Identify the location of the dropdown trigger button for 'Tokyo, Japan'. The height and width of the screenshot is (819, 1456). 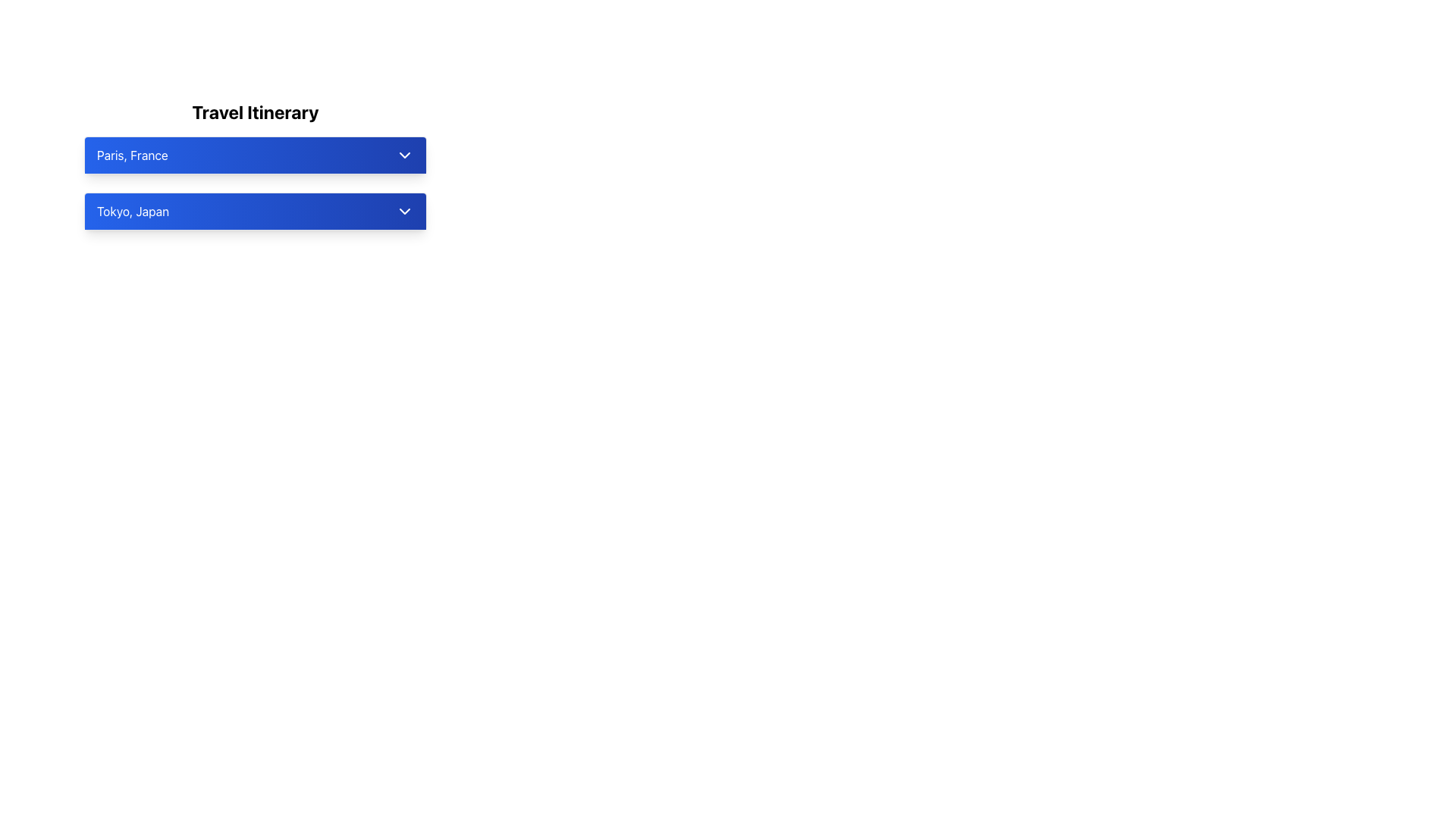
(255, 211).